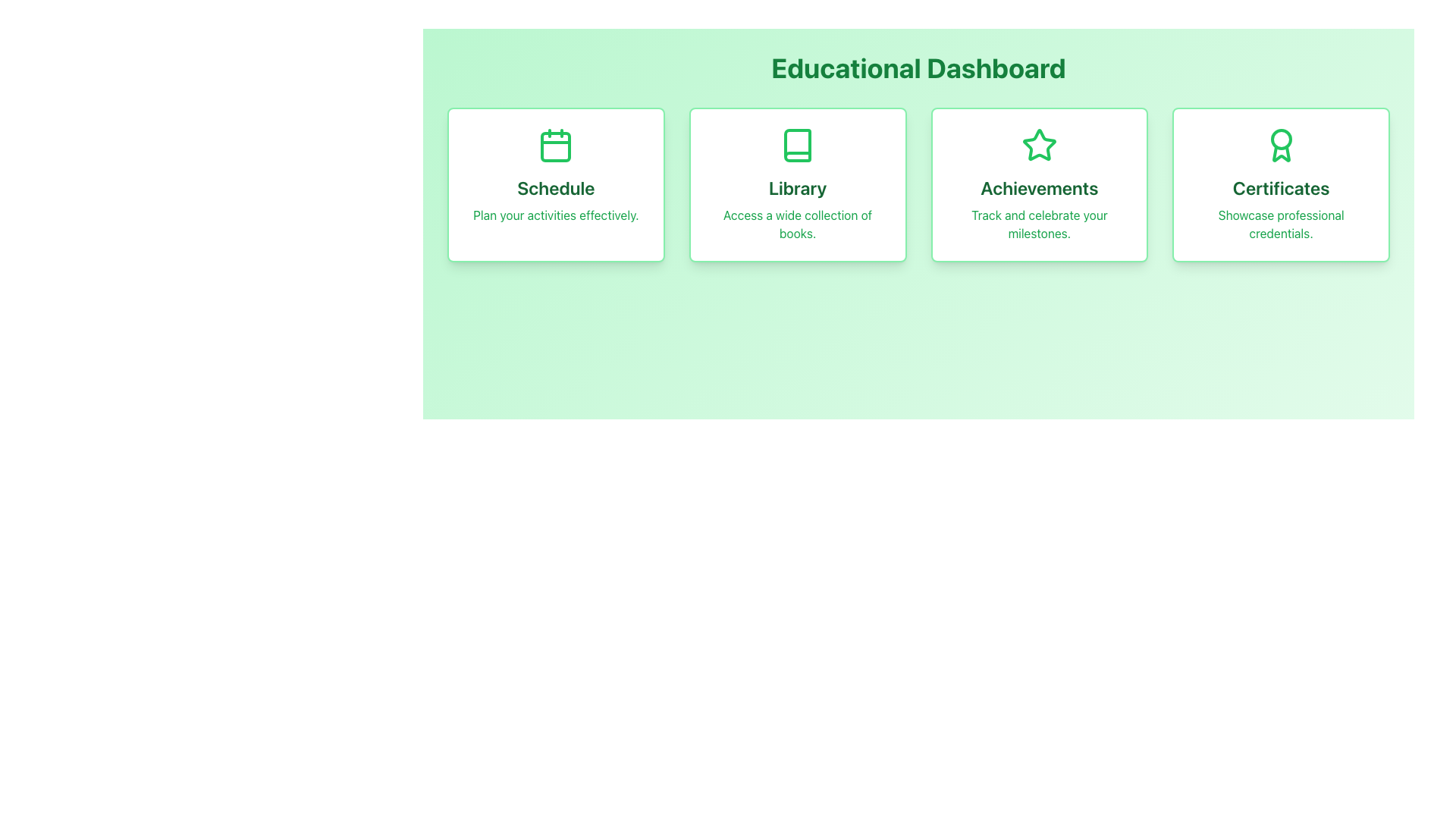  I want to click on the decorative Icon element within the award icon in the 'Certificates' section on the dashboard, located on the far right of the row of four cards, so click(1280, 153).